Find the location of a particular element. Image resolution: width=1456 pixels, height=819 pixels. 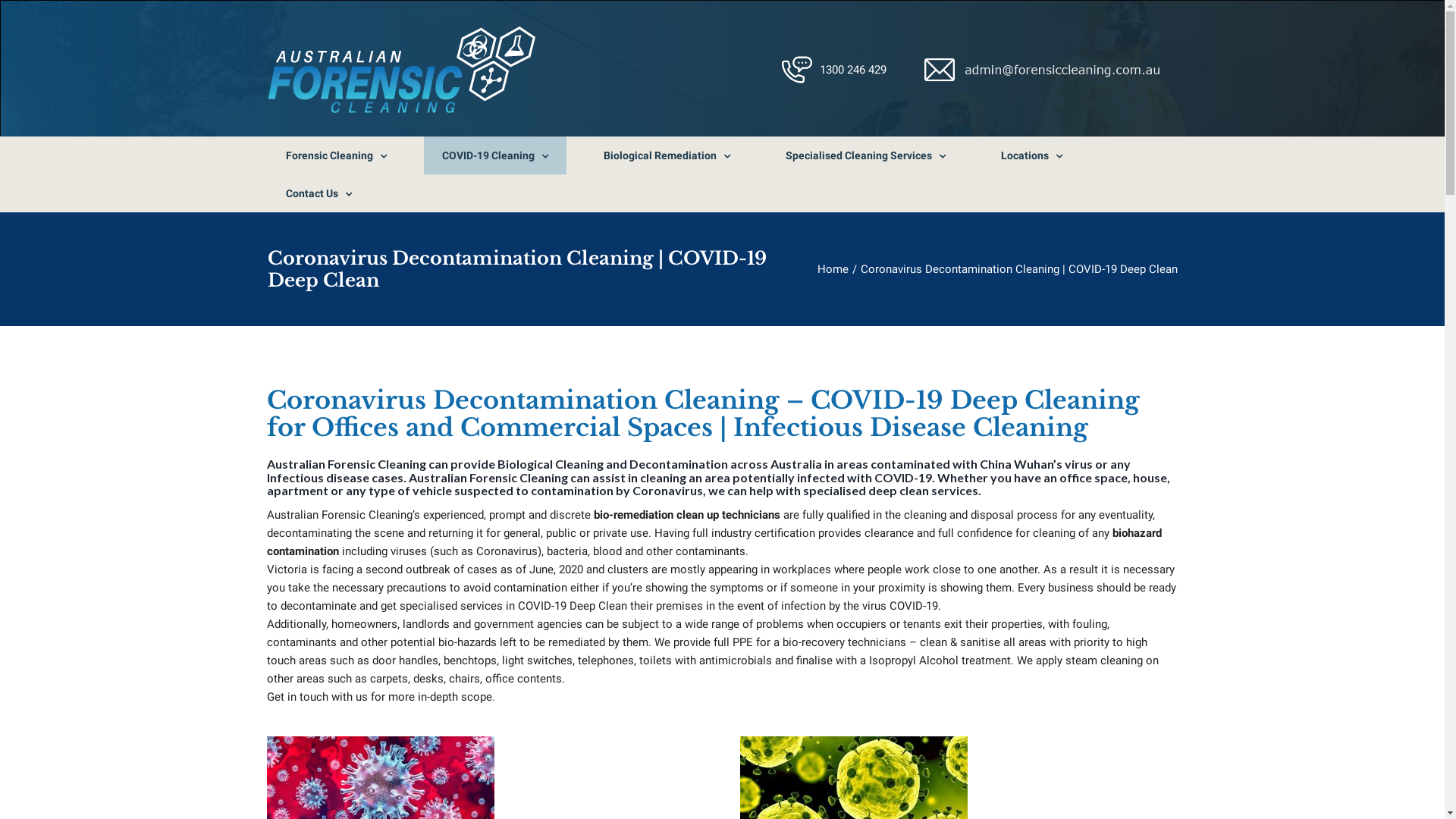

'COVID-19 Cleaning' is located at coordinates (494, 155).